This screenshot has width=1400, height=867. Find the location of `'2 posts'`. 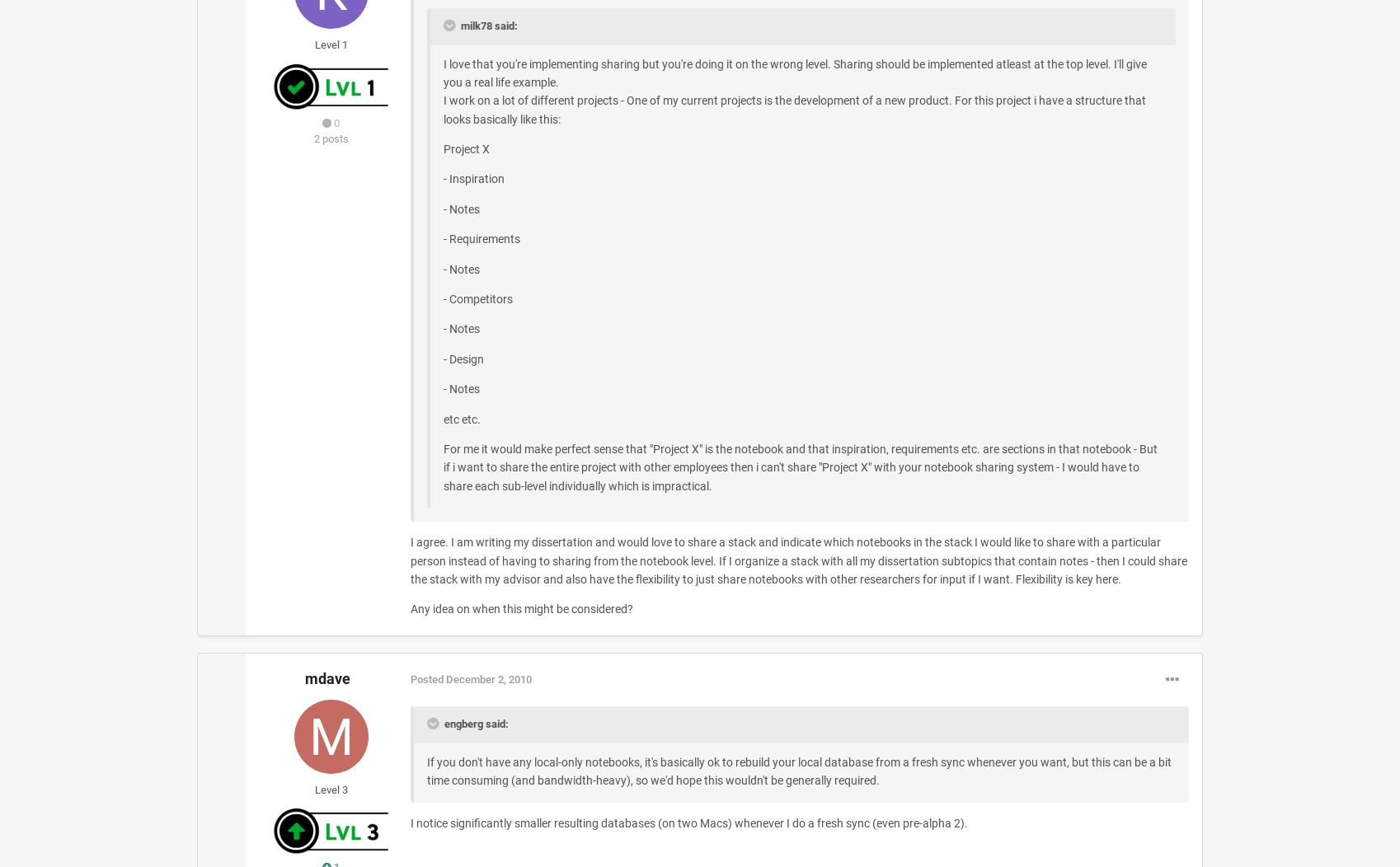

'2 posts' is located at coordinates (331, 138).